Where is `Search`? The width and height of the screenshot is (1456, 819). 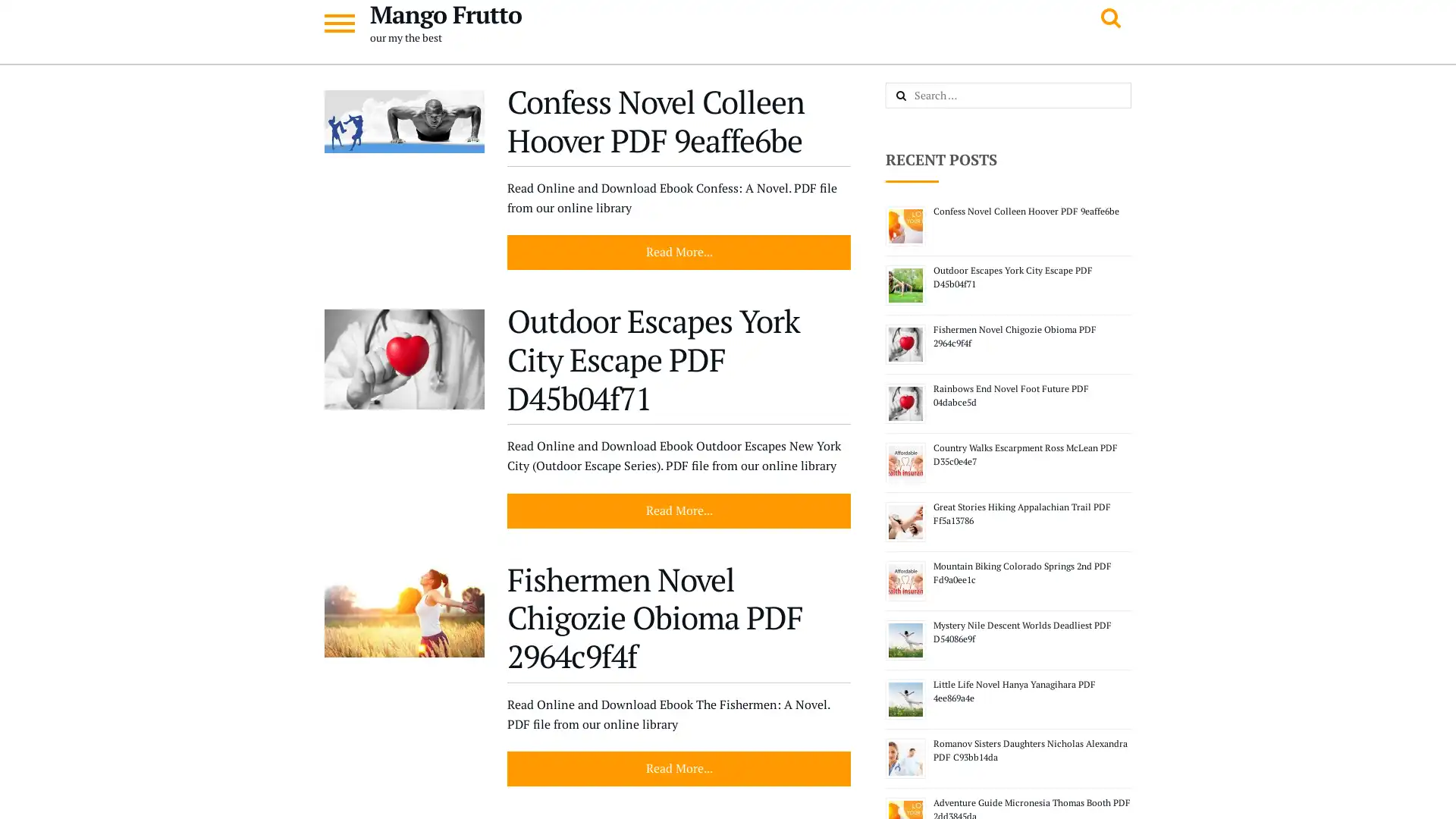
Search is located at coordinates (917, 96).